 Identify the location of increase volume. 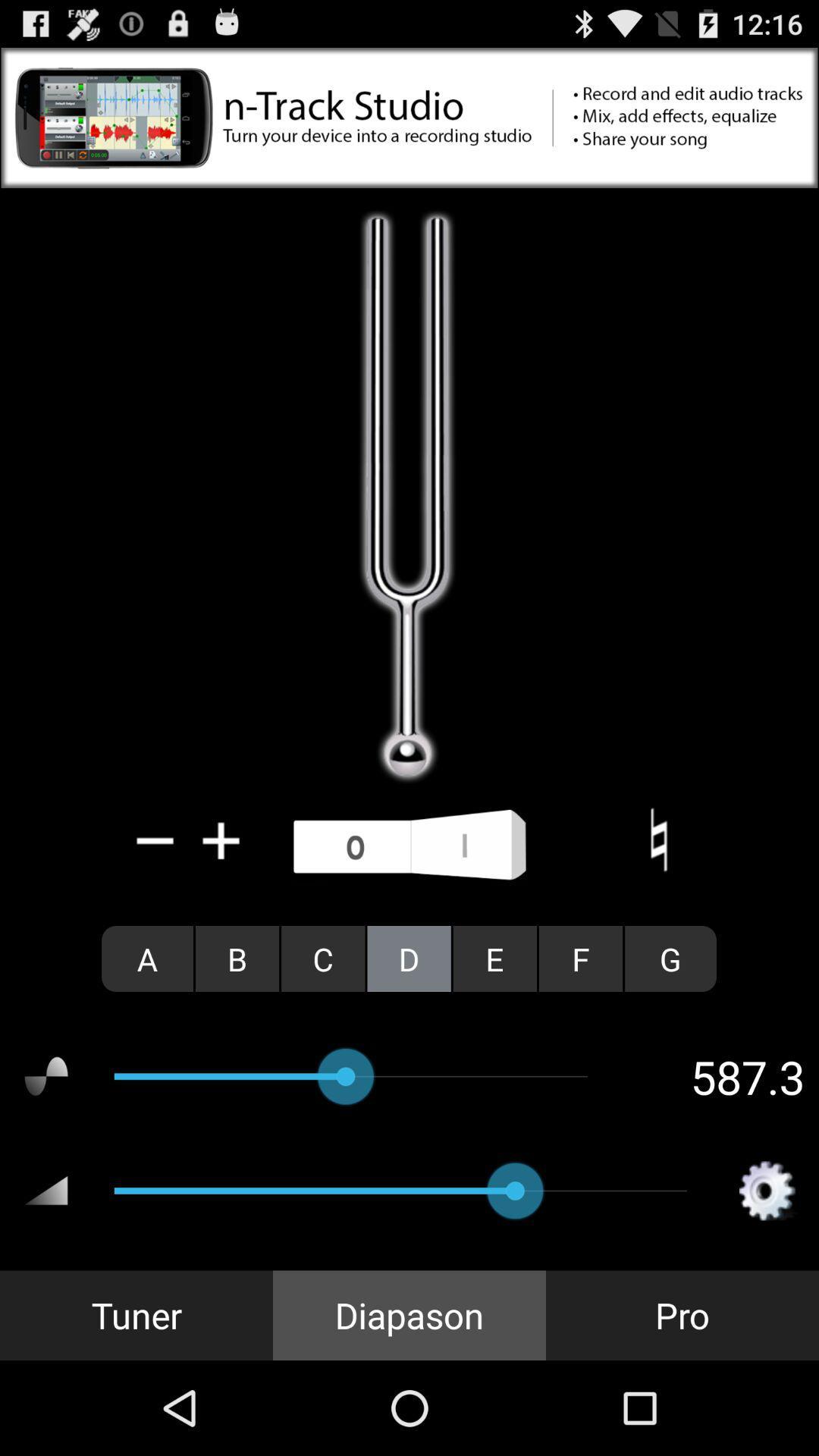
(221, 839).